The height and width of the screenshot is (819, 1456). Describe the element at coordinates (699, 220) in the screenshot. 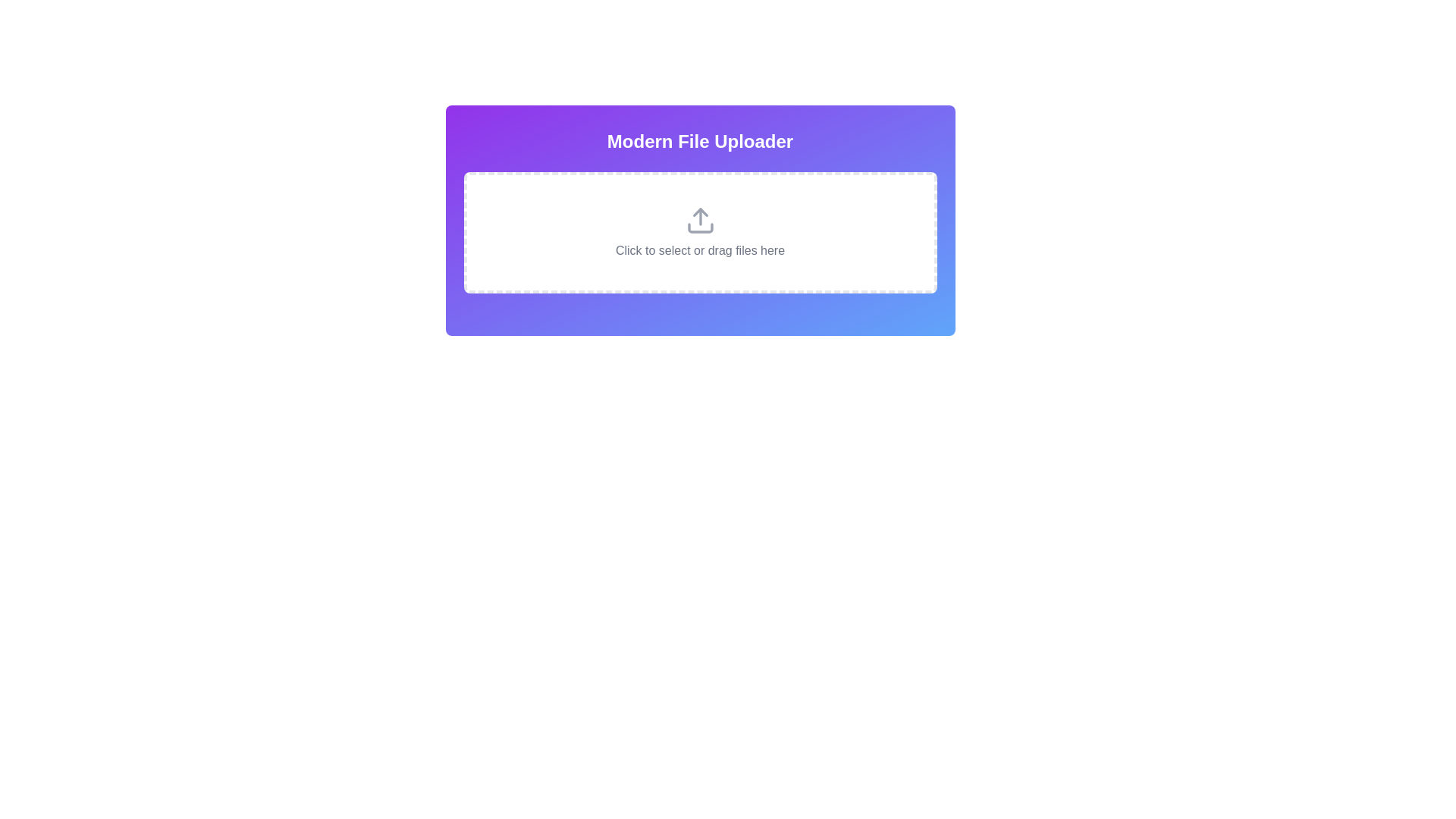

I see `the file upload icon located in the middle of the bordered white rectangular area labeled 'Click to select or drag files here' under the header 'Modern File Uploader'` at that location.